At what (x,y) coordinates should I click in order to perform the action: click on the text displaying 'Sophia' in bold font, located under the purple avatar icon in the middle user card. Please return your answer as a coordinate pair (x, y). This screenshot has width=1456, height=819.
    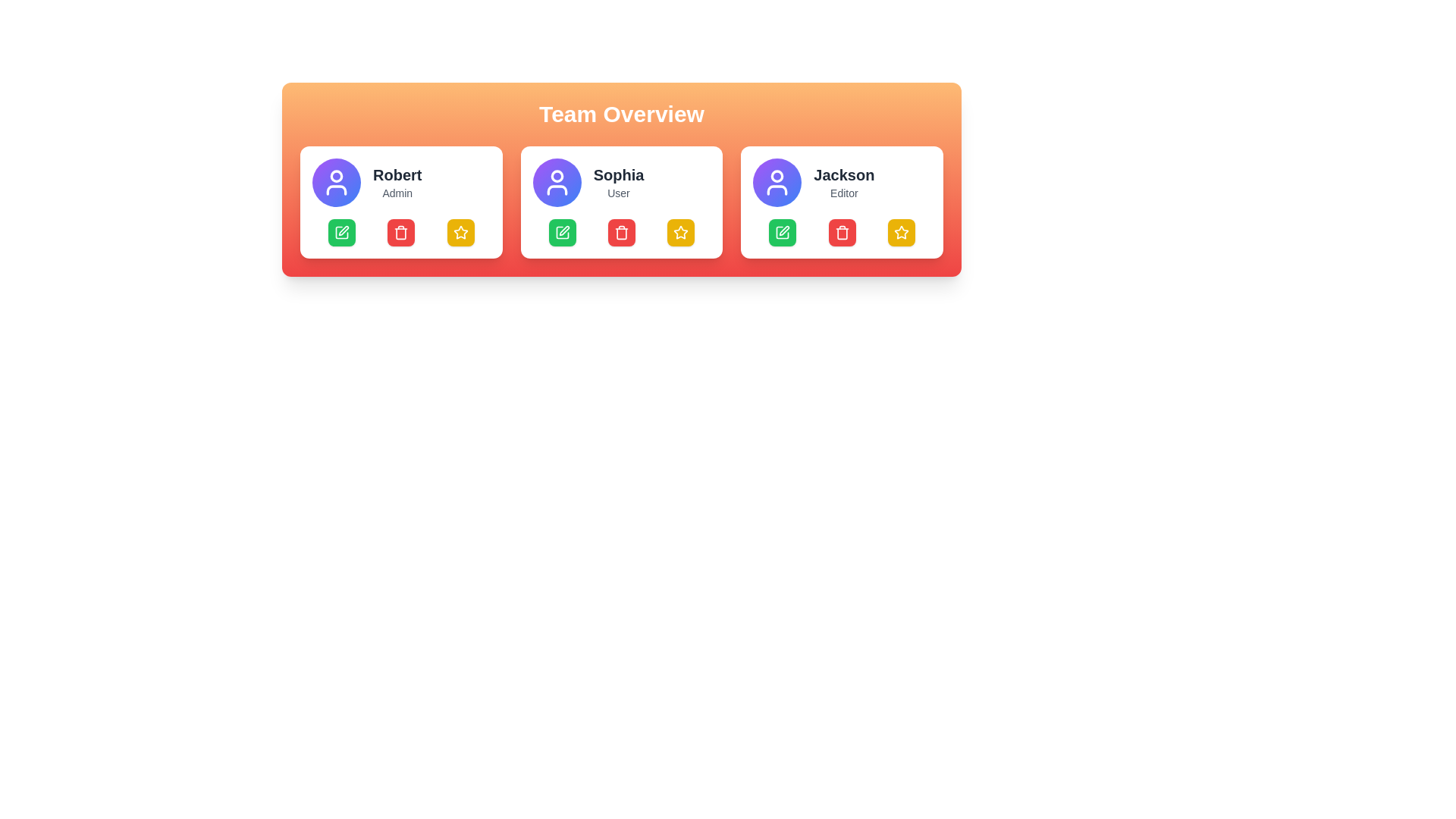
    Looking at the image, I should click on (619, 174).